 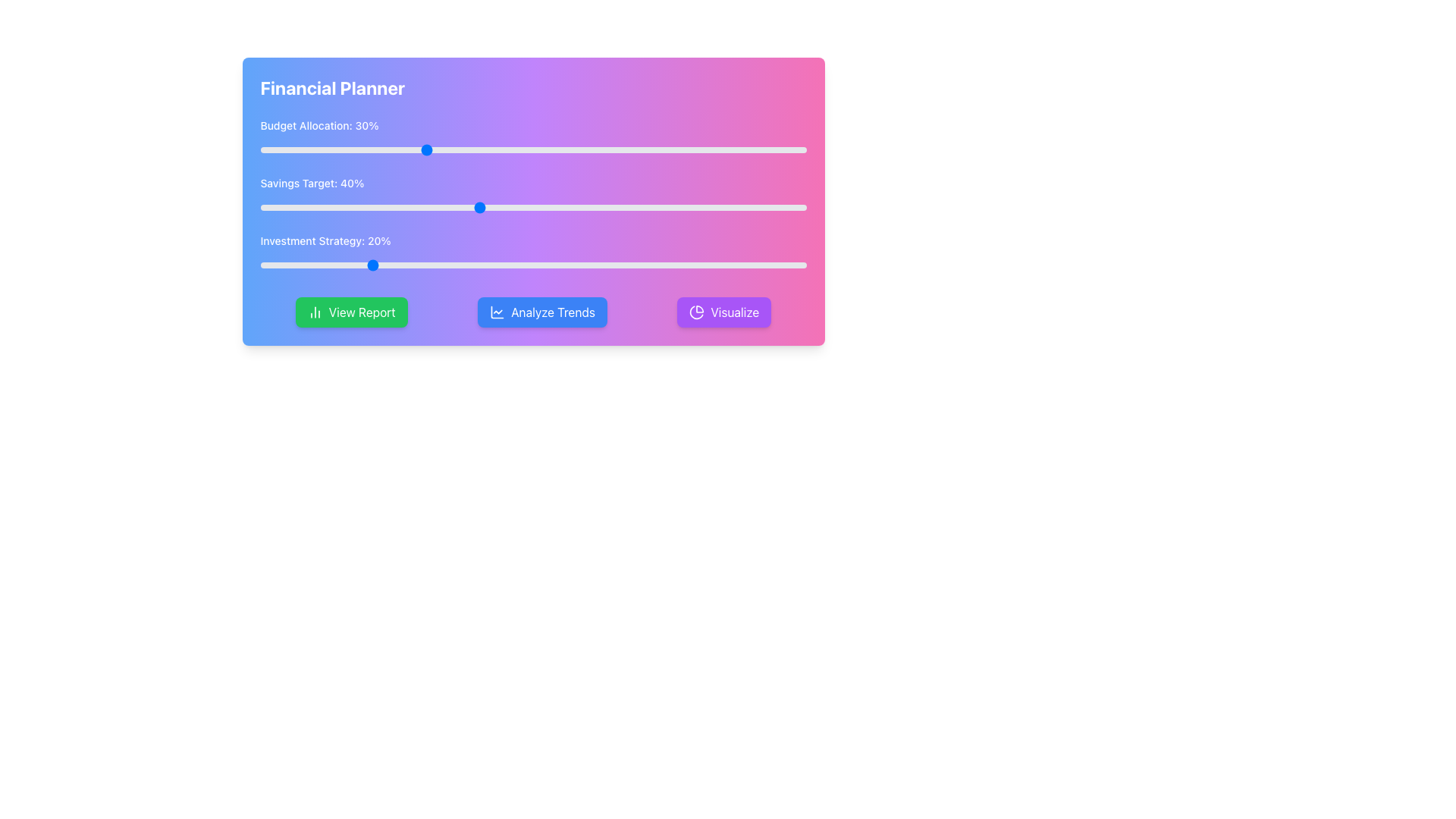 I want to click on the slider value, so click(x=277, y=149).